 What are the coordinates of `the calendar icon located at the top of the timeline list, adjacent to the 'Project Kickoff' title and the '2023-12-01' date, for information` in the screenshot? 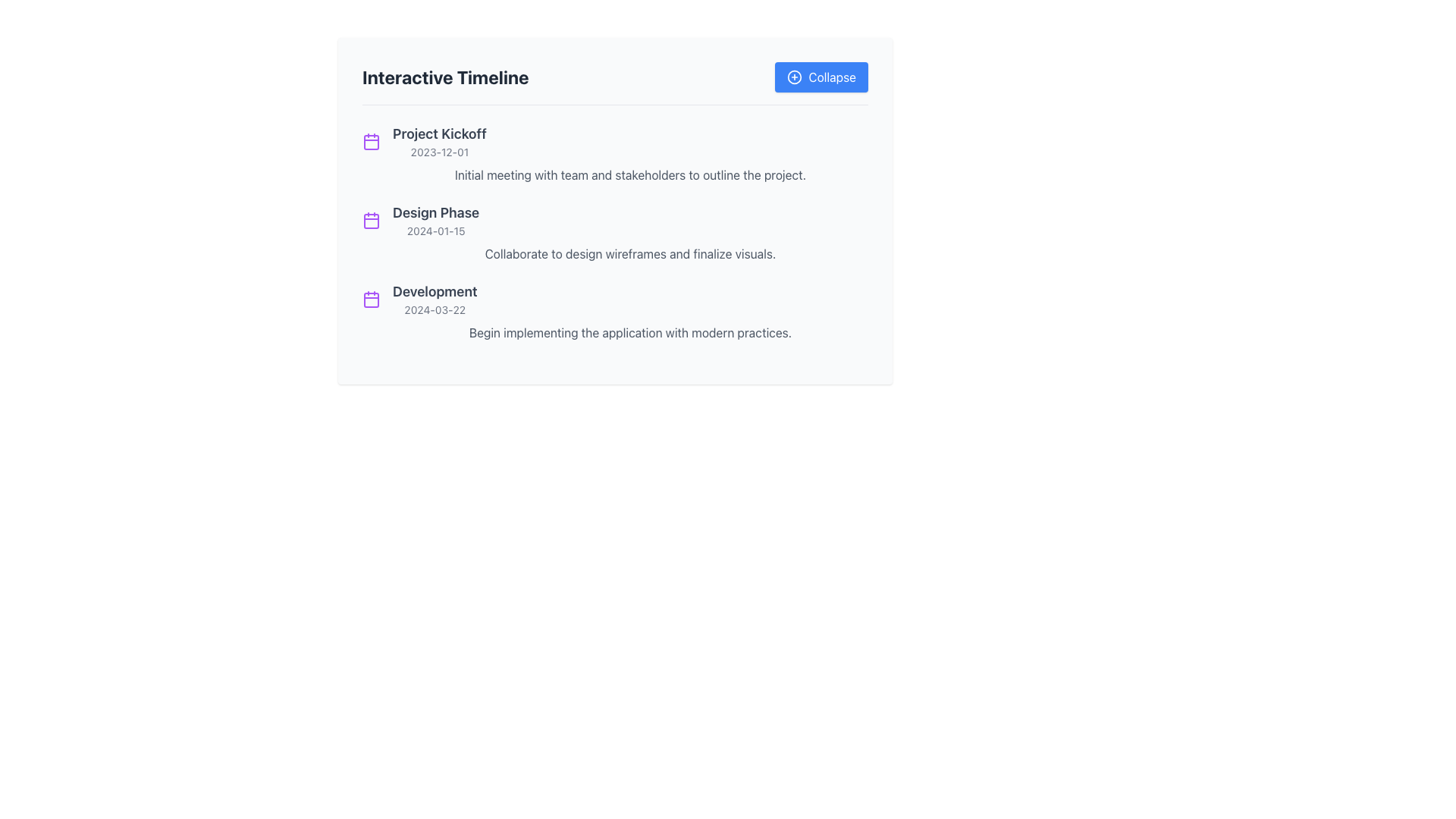 It's located at (371, 141).